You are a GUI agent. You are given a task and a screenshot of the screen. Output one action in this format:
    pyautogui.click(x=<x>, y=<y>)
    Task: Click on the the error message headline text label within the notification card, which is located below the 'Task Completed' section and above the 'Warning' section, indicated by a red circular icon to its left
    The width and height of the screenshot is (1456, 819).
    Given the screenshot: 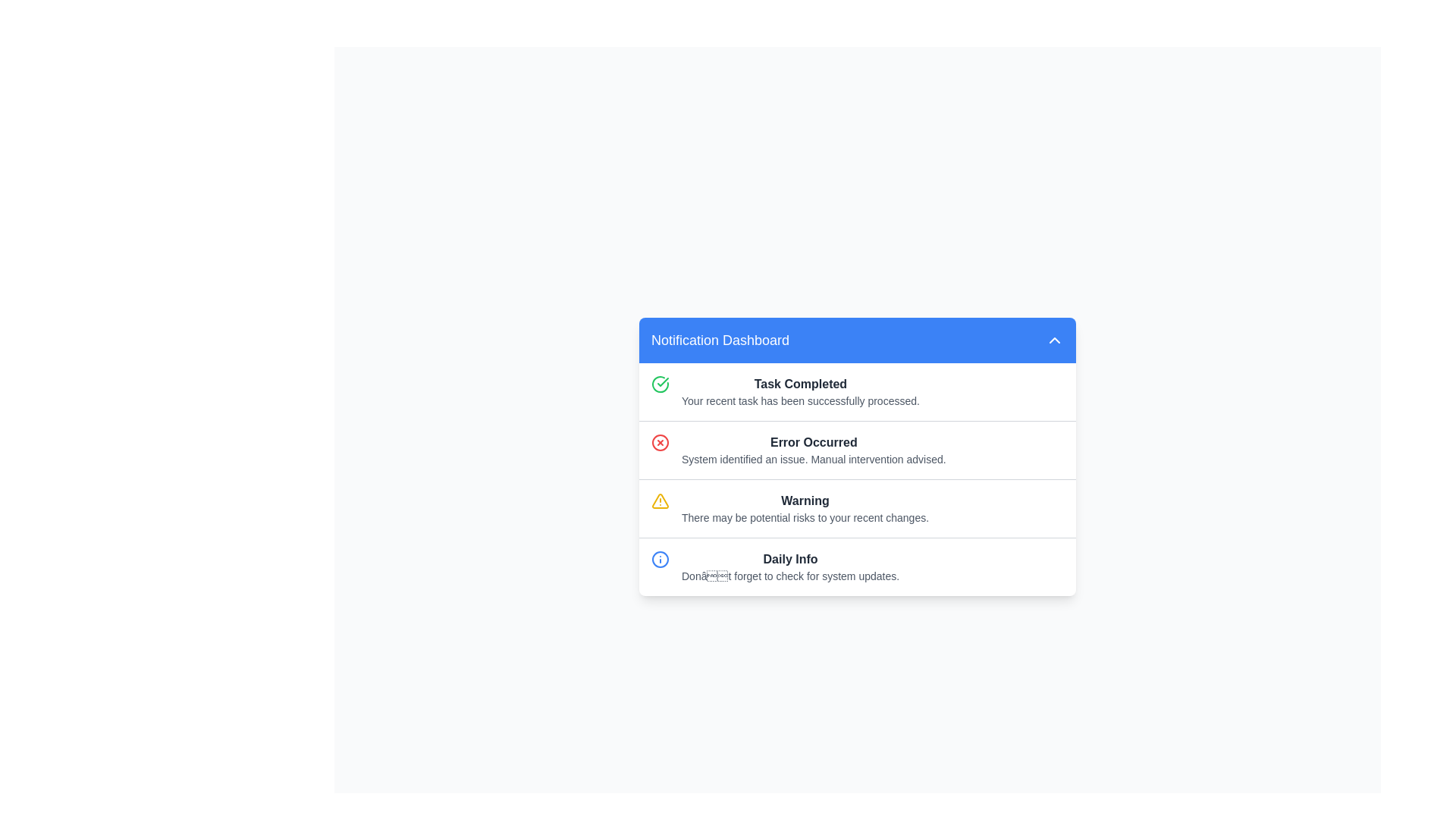 What is the action you would take?
    pyautogui.click(x=813, y=442)
    